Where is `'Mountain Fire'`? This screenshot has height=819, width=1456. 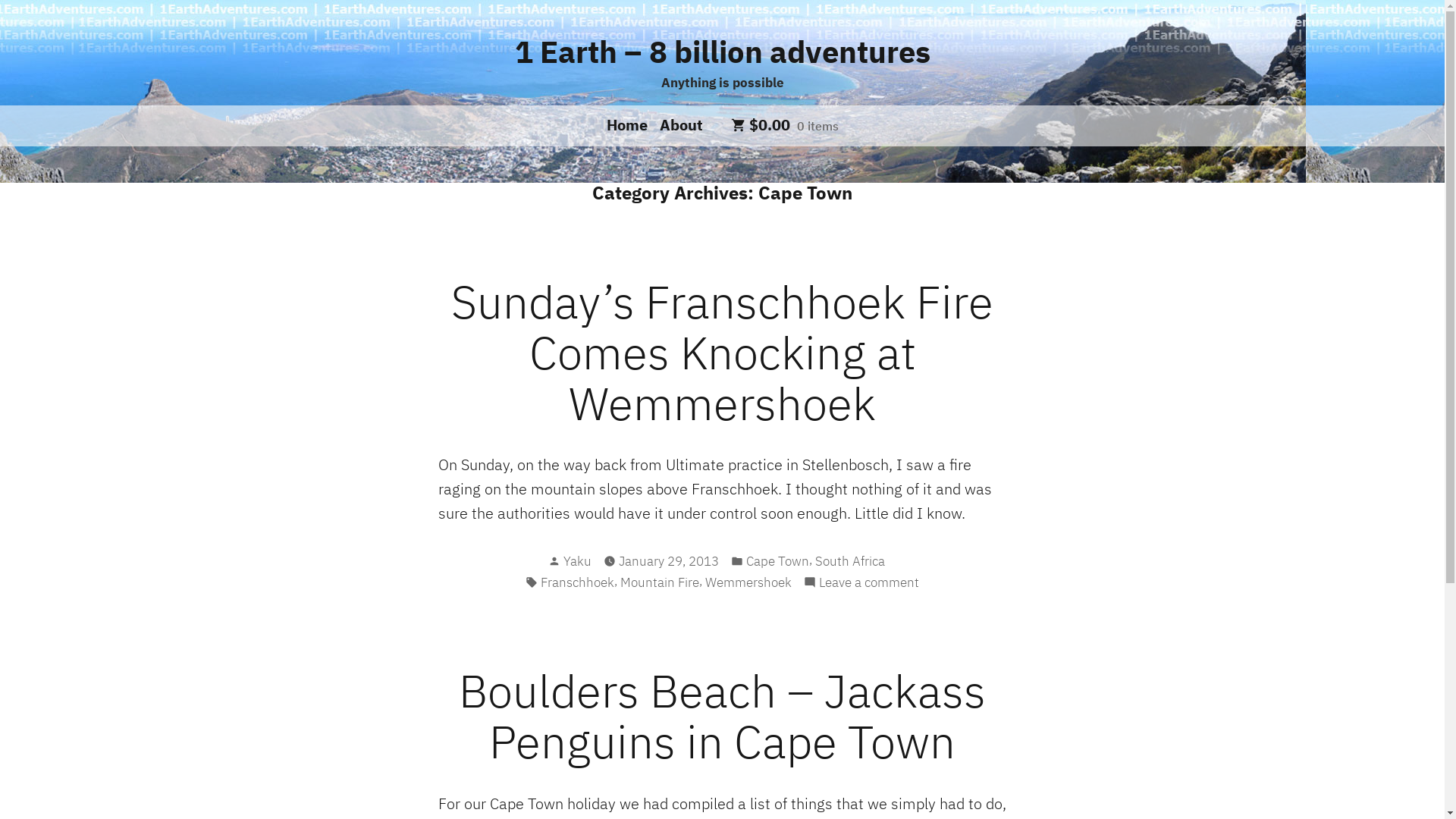
'Mountain Fire' is located at coordinates (620, 582).